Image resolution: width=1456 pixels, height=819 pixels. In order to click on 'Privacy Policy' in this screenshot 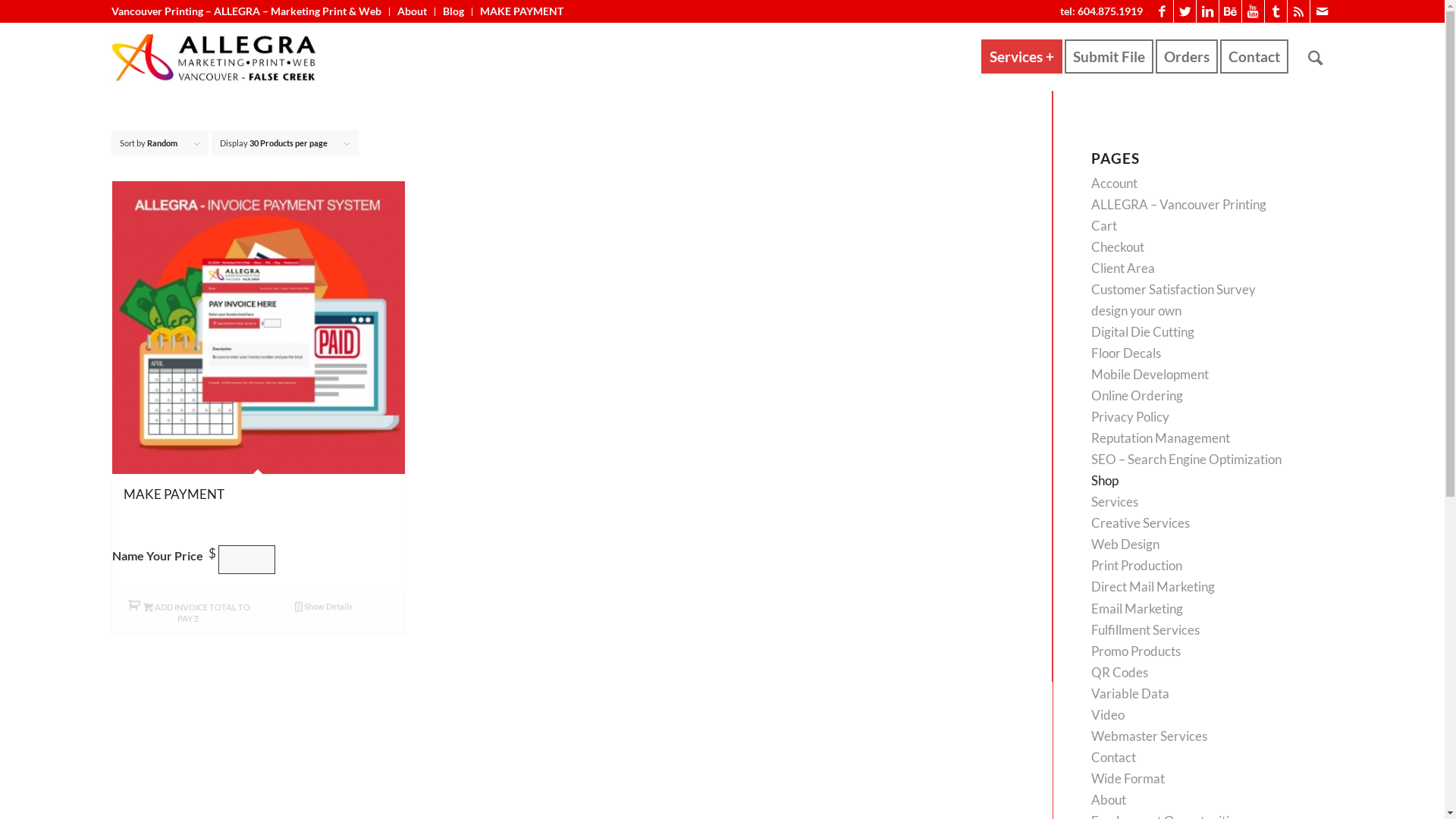, I will do `click(1130, 416)`.